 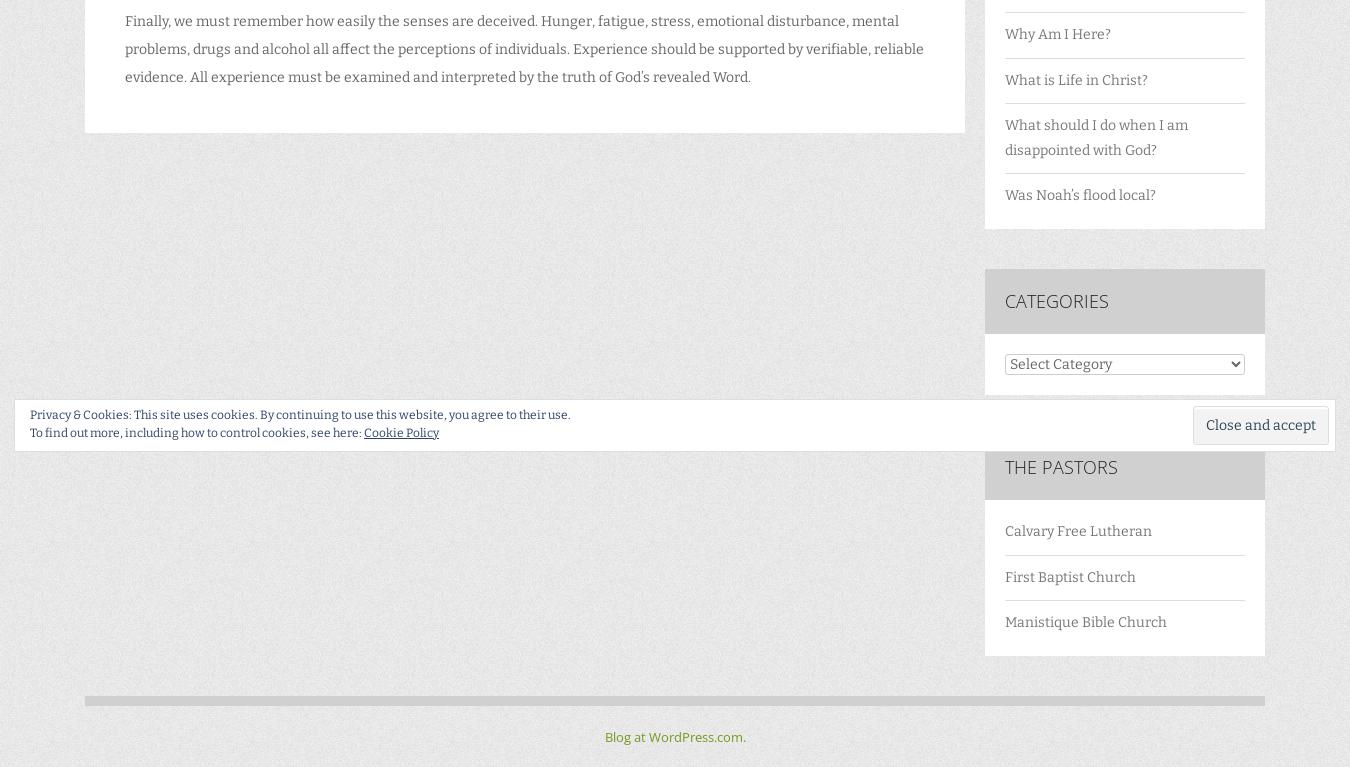 I want to click on 'What should I do when I am disappointed with God?', so click(x=1096, y=137).